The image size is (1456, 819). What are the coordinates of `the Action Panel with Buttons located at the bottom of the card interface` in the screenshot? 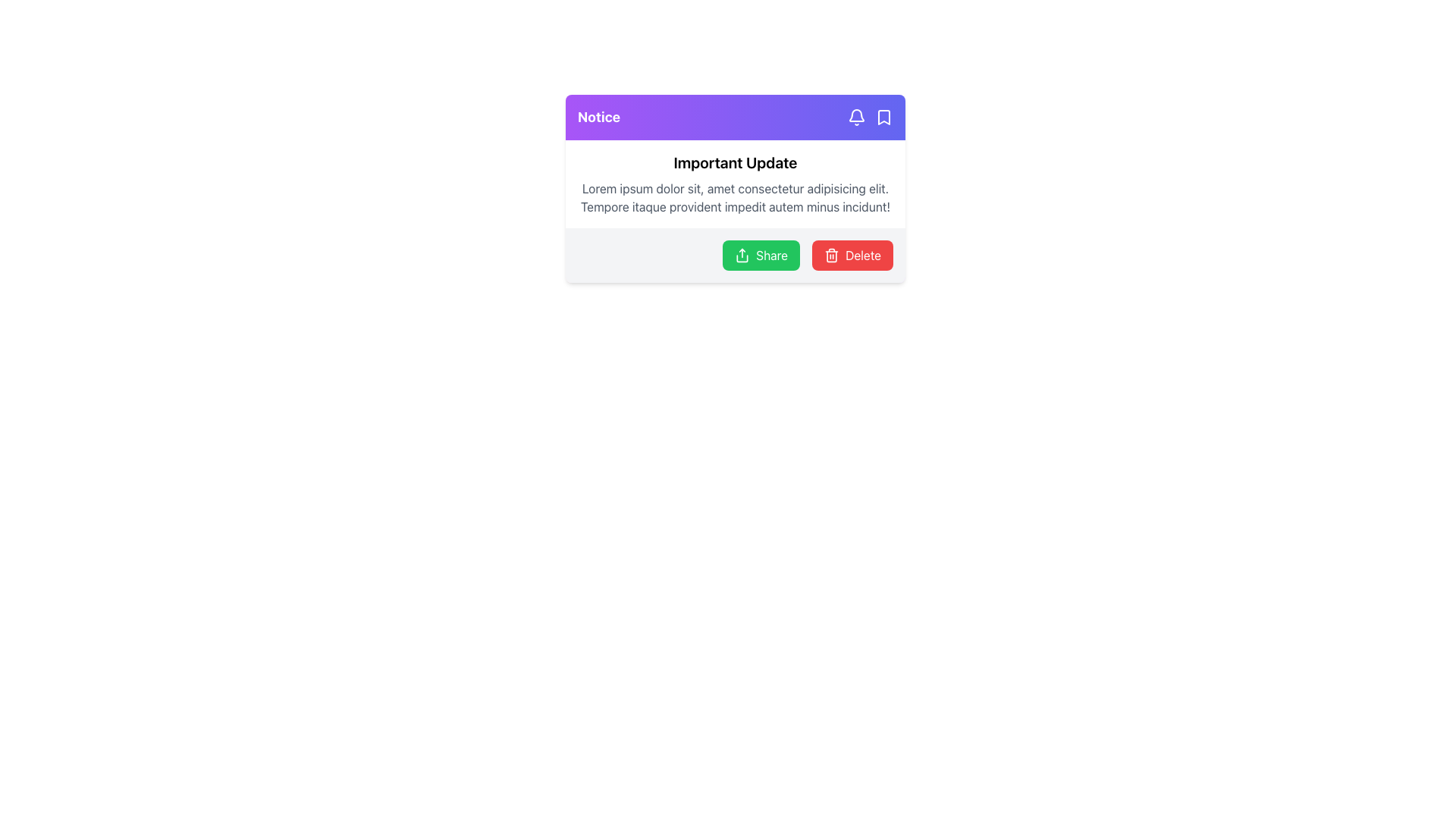 It's located at (735, 254).